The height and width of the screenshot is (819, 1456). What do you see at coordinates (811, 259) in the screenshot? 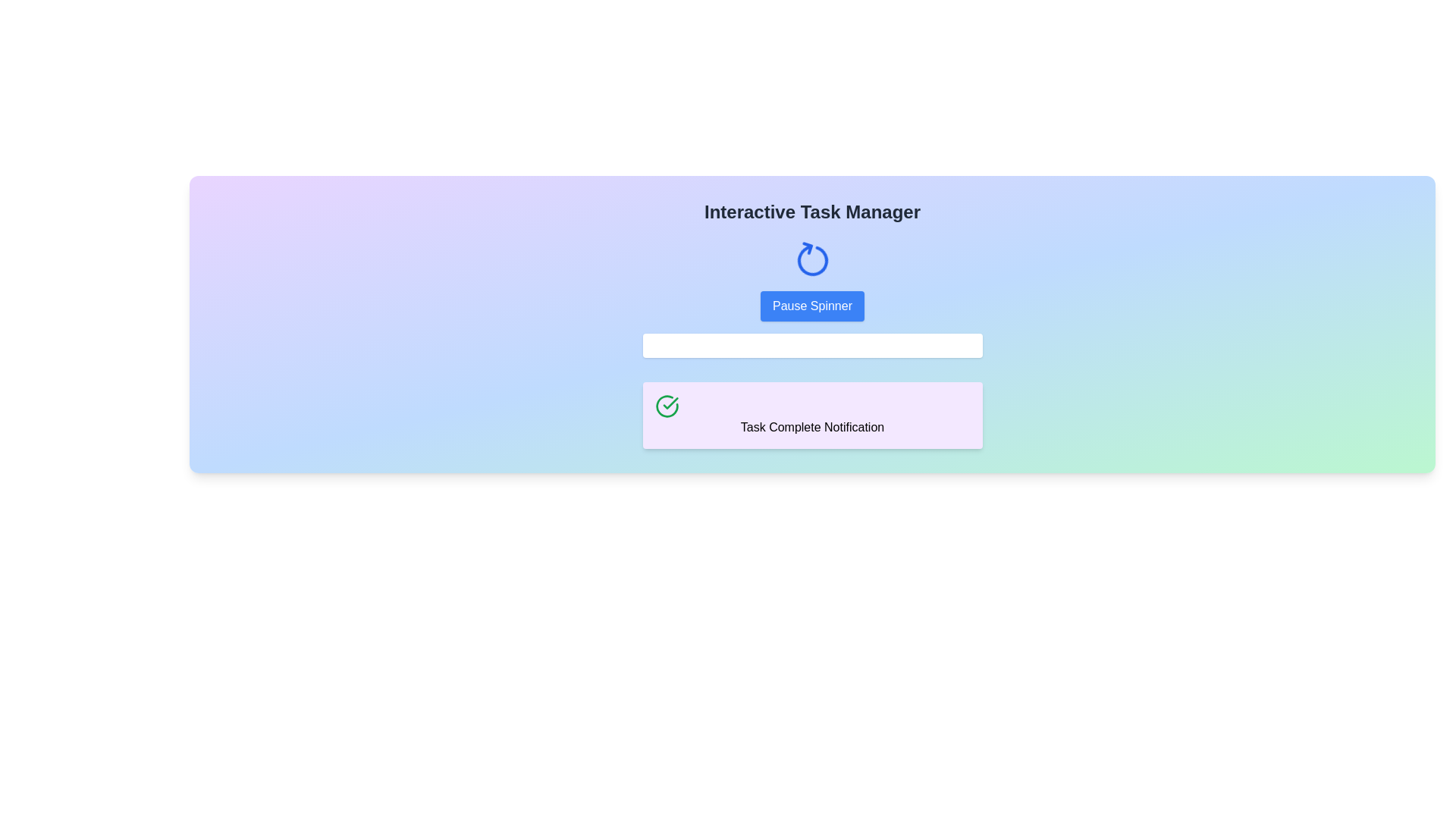
I see `the animated icon representing a clockwise rotation, which is styled in blue and located at the top-center of the interface for visual feedback` at bounding box center [811, 259].